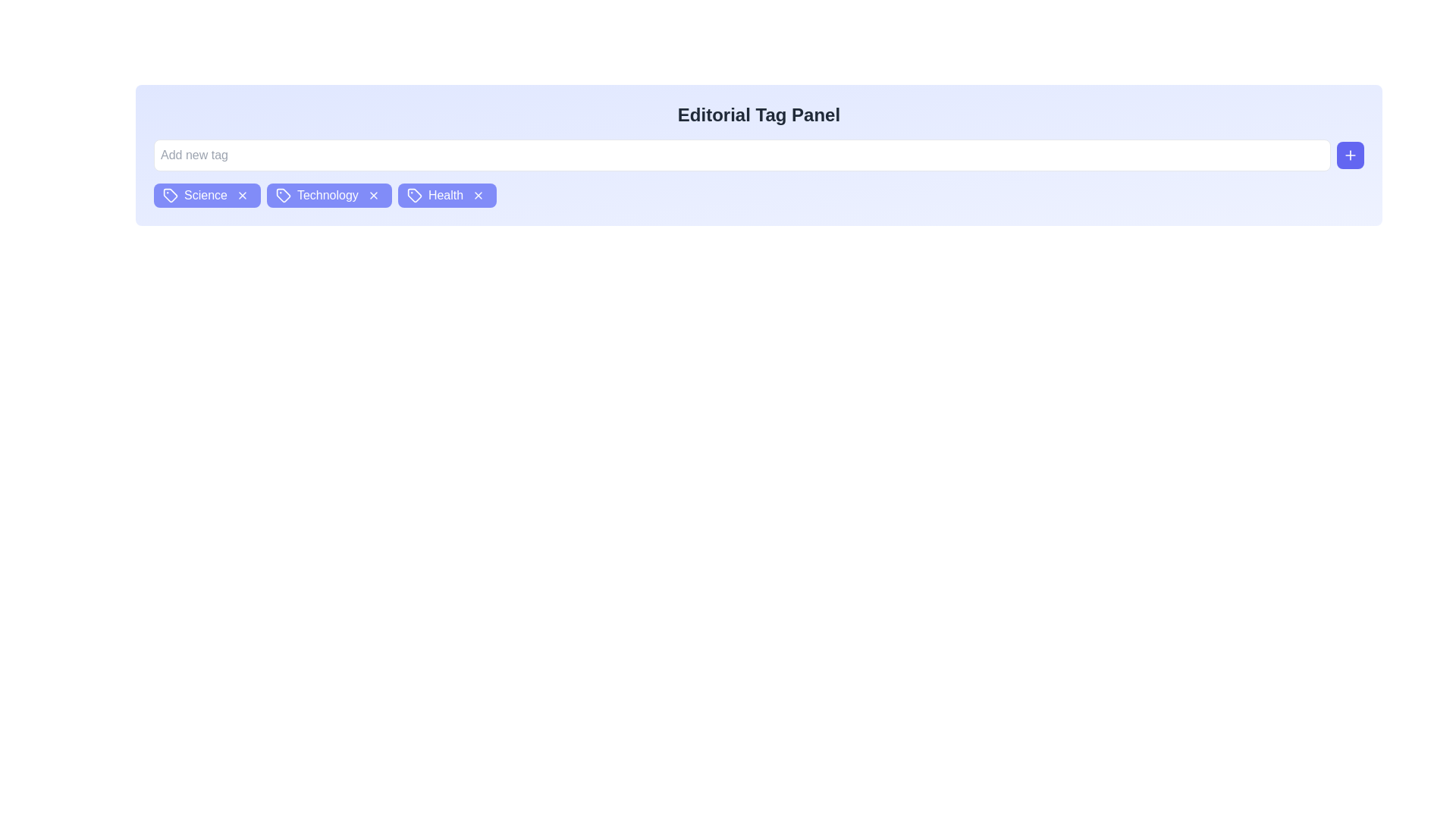  What do you see at coordinates (1350, 155) in the screenshot?
I see `the confirm button located on the right side of the 'Add new tag' input bar in the 'Editorial Tag Panel' section` at bounding box center [1350, 155].